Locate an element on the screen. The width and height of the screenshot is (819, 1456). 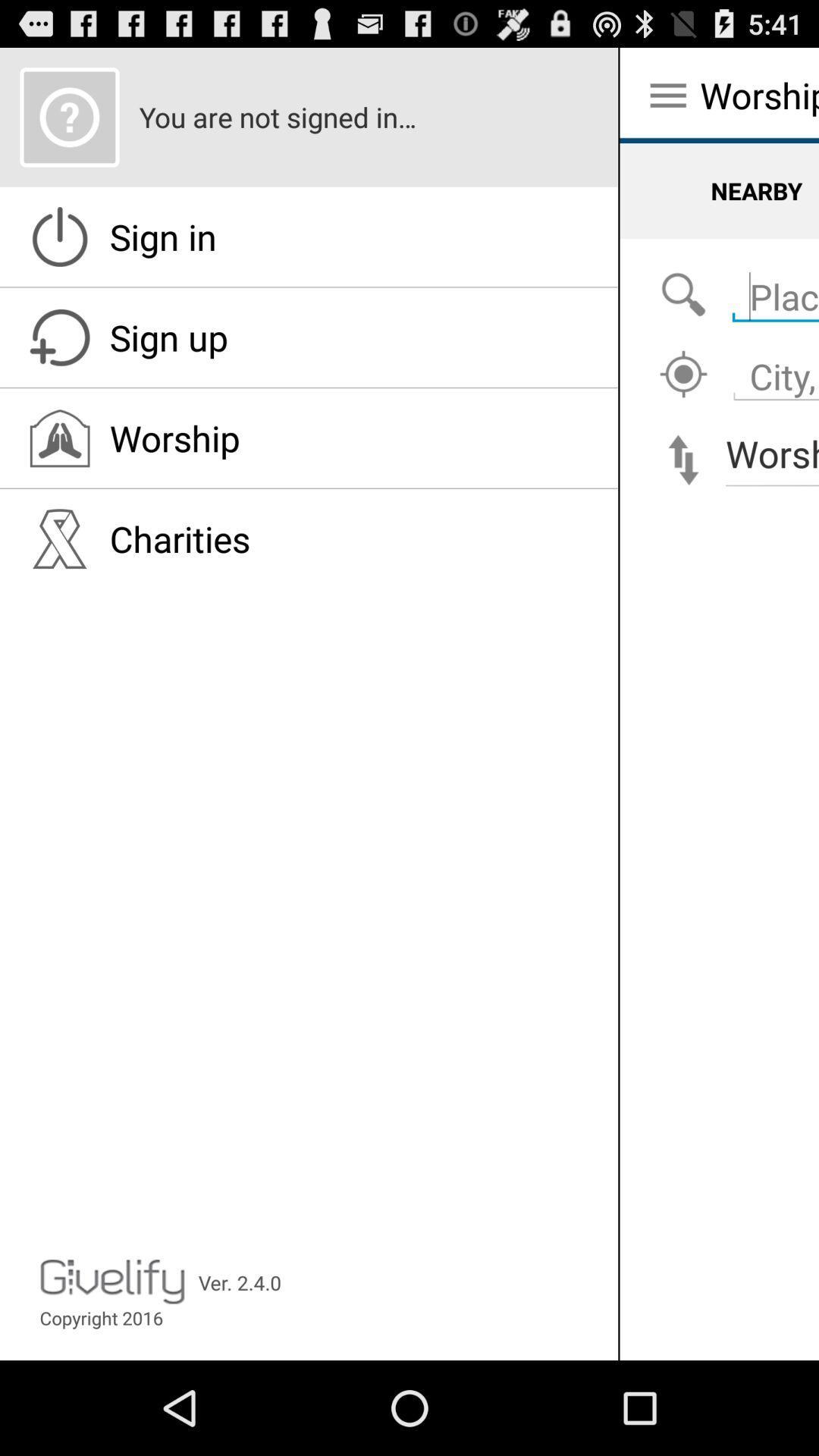
search locations is located at coordinates (772, 368).